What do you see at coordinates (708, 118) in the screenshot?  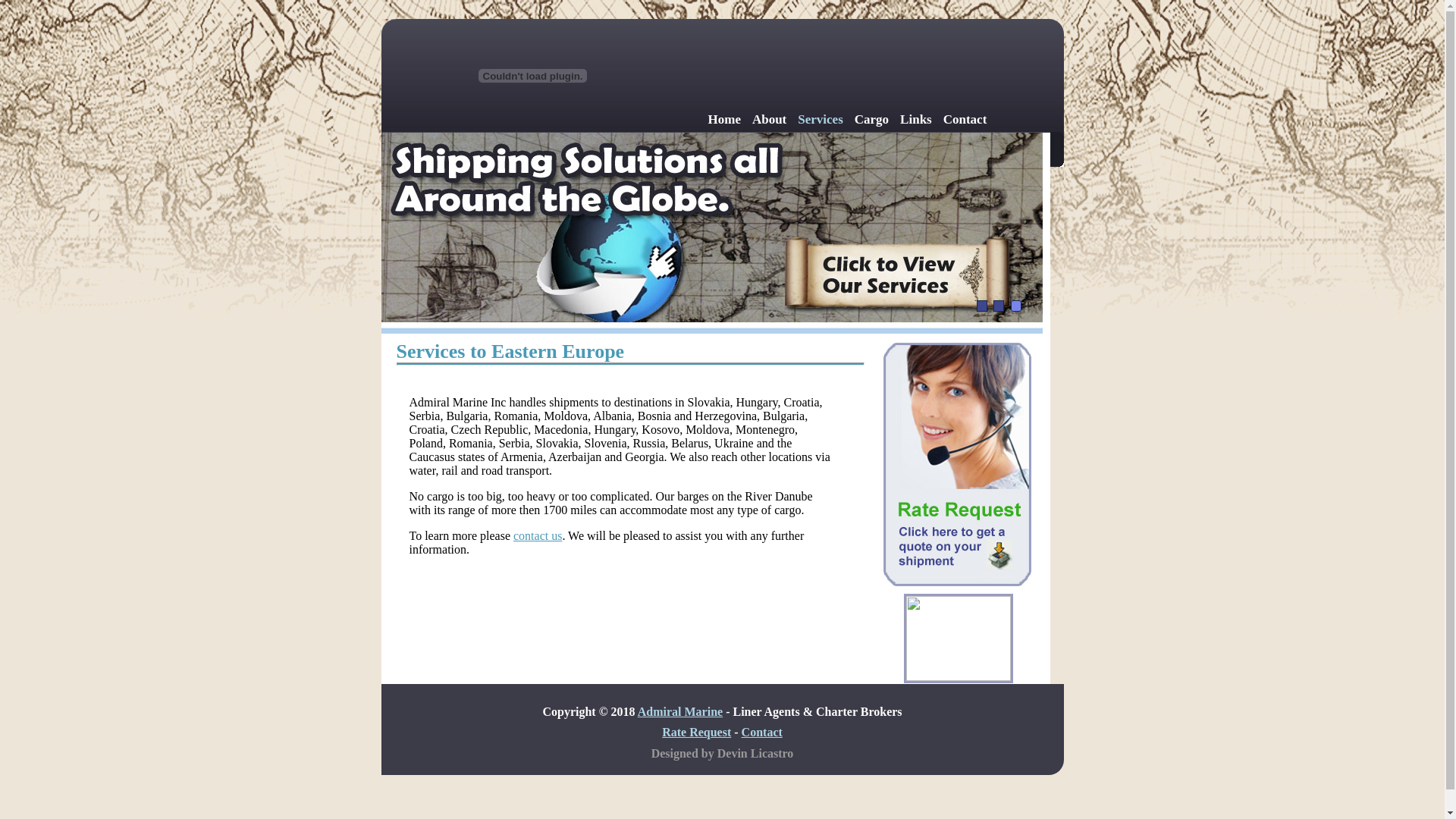 I see `'Home'` at bounding box center [708, 118].